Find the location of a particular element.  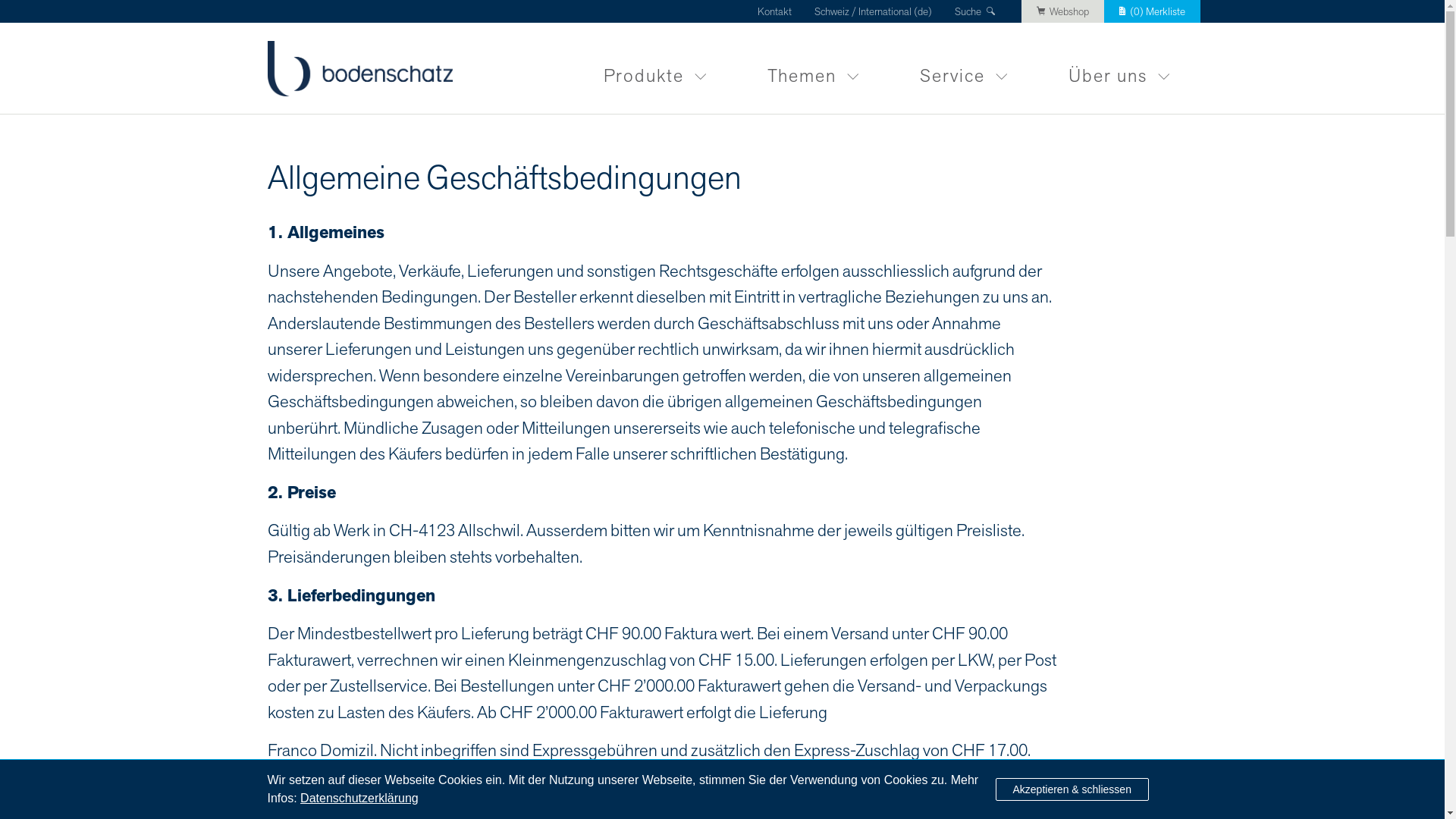

'Kontakt' is located at coordinates (757, 11).